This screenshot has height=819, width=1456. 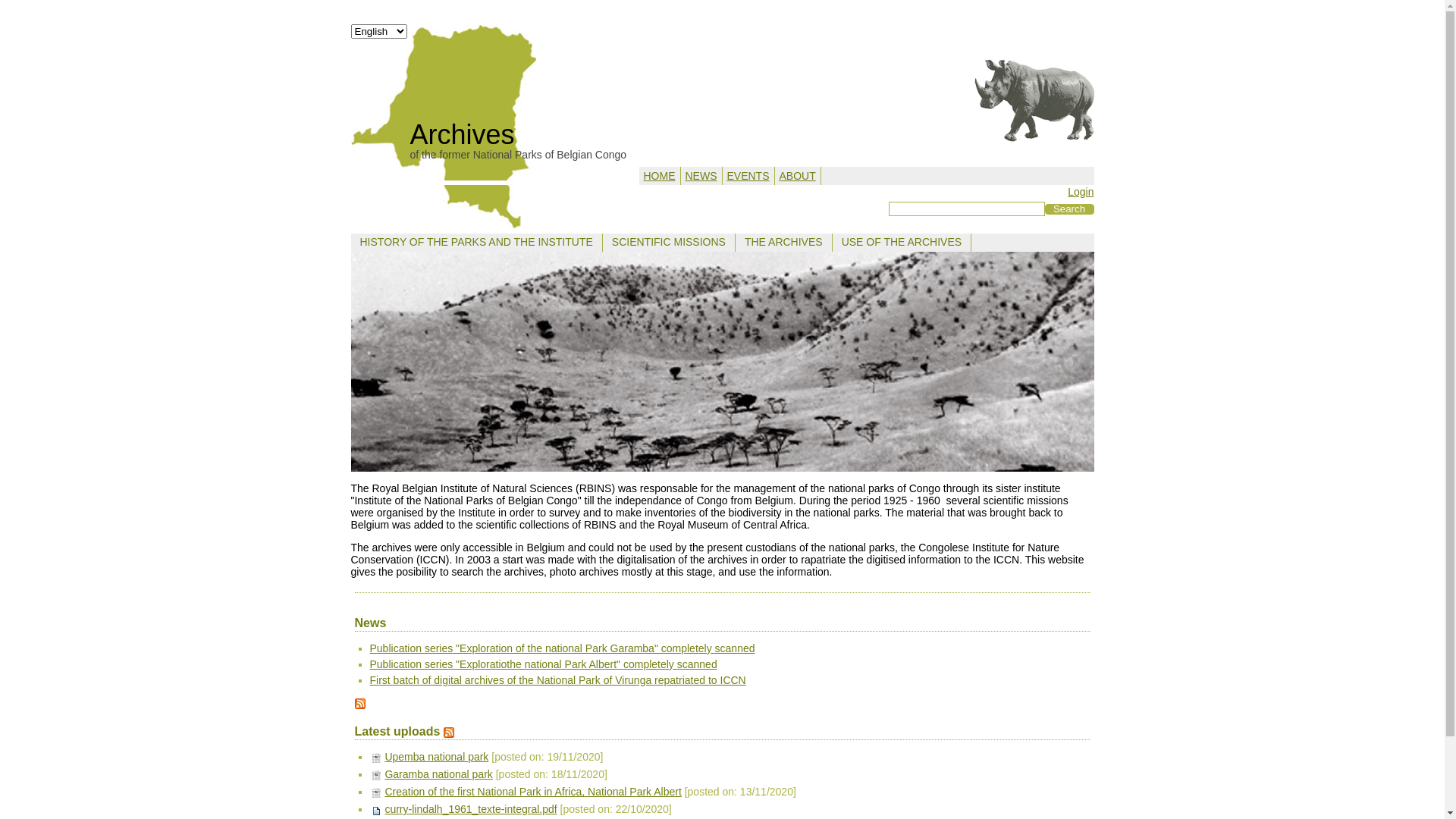 What do you see at coordinates (684, 174) in the screenshot?
I see `'NEWS'` at bounding box center [684, 174].